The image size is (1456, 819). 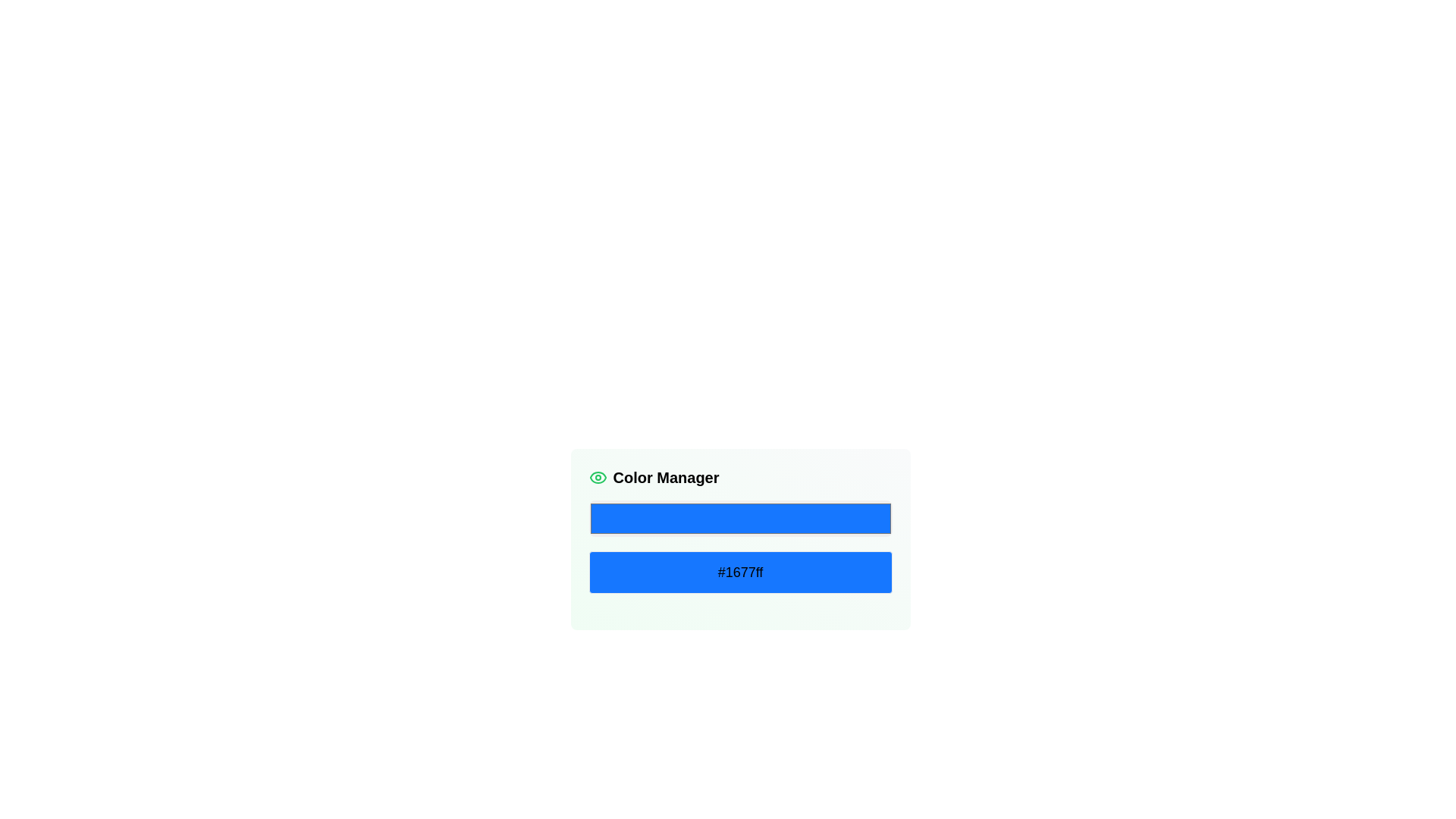 What do you see at coordinates (597, 476) in the screenshot?
I see `the green eye-shaped icon located to the left of the 'Color Manager' text` at bounding box center [597, 476].